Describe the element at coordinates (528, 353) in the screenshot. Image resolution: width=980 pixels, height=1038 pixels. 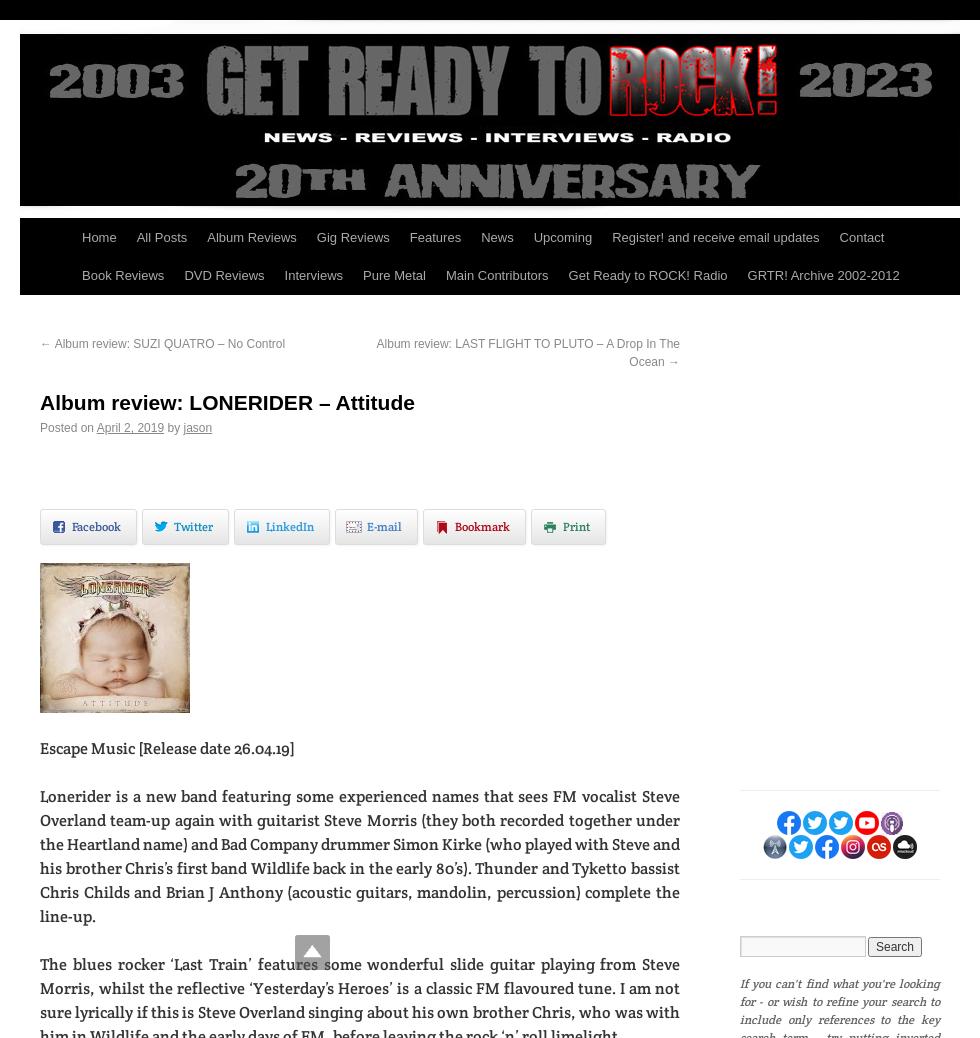
I see `'Album review: LAST FLIGHT TO PLUTO – A Drop In The Ocean'` at that location.